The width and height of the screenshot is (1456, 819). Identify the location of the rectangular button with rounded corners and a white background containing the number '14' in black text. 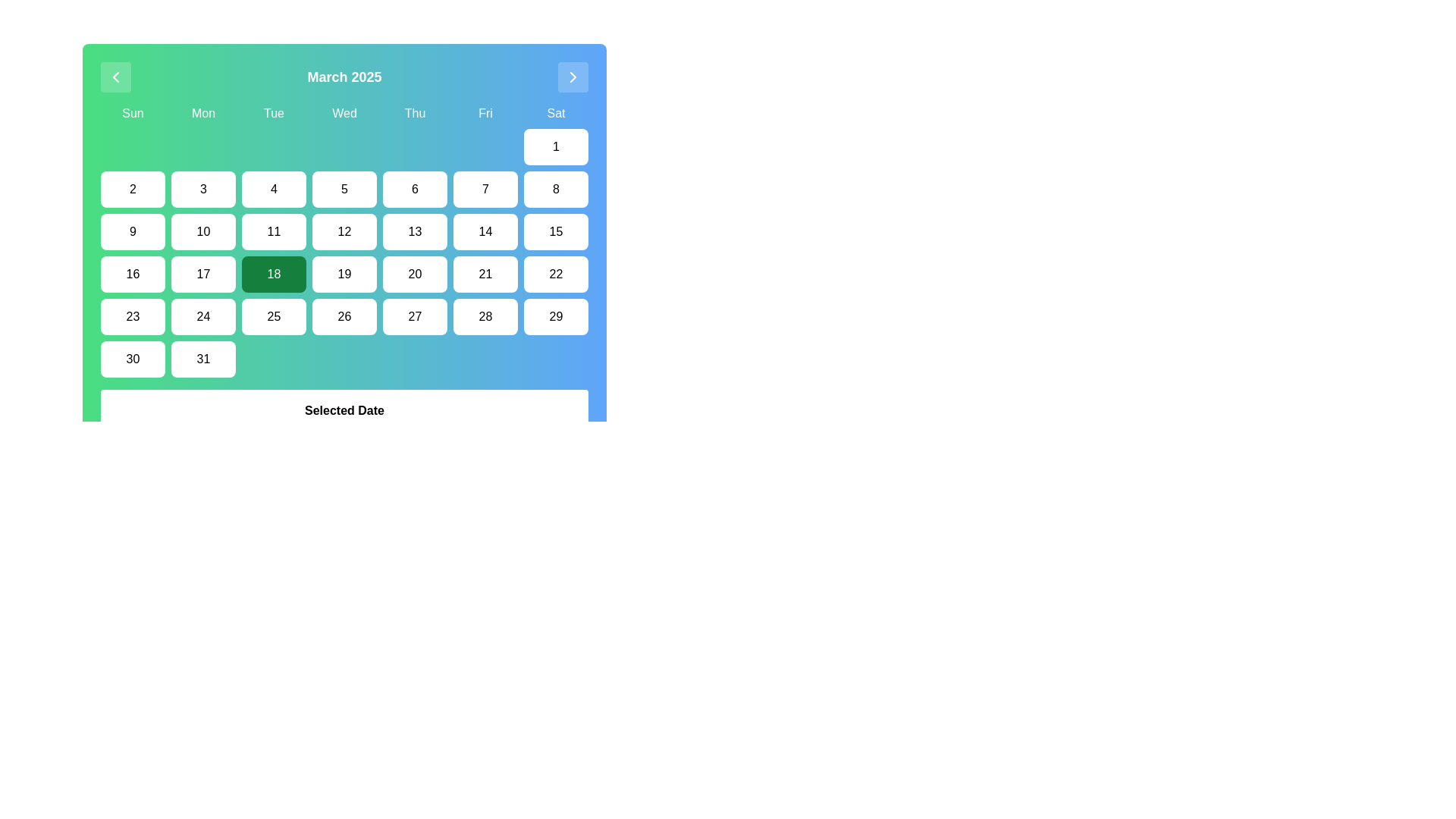
(485, 231).